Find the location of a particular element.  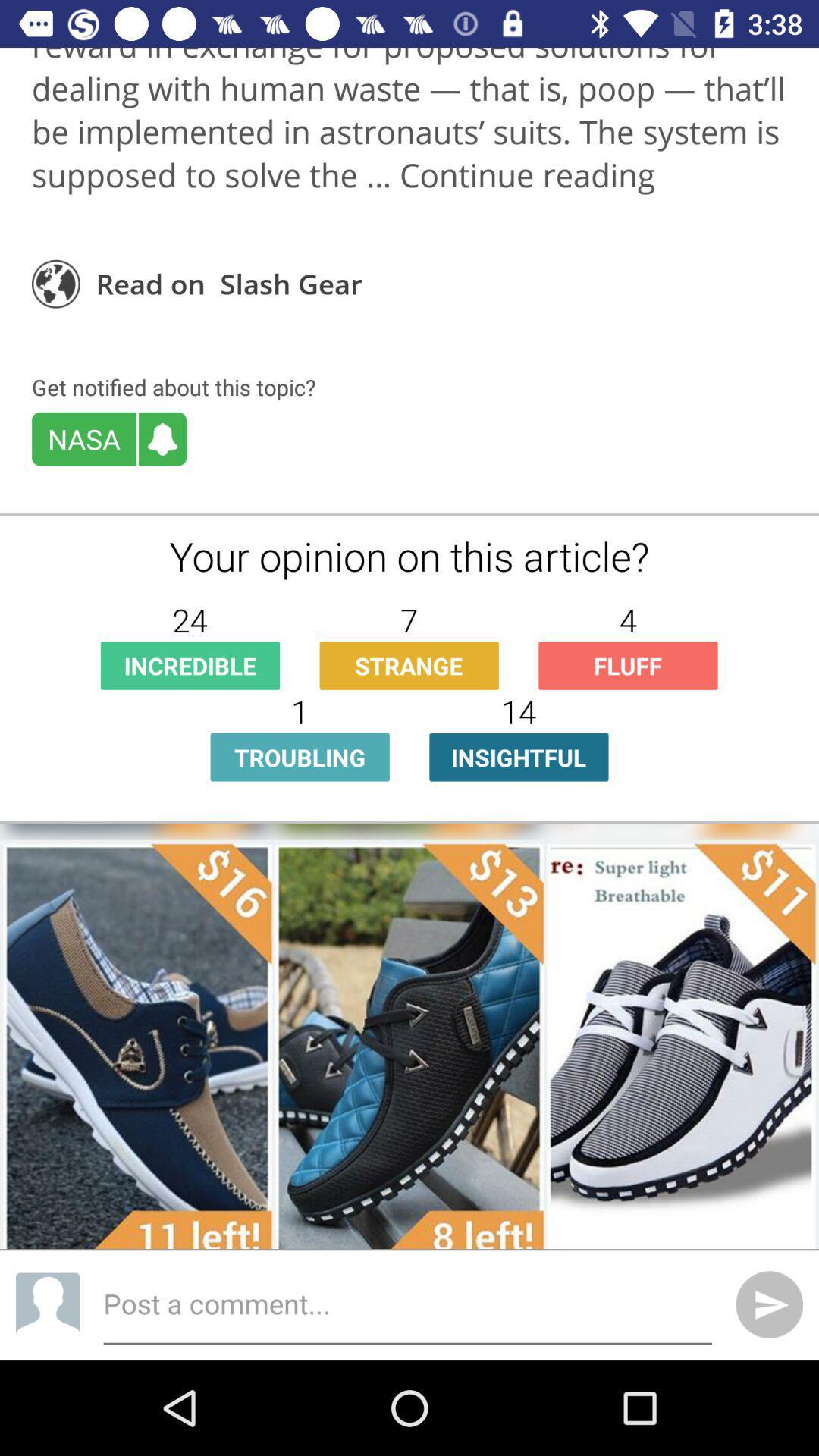

the icon at the bottom right corner is located at coordinates (769, 1304).